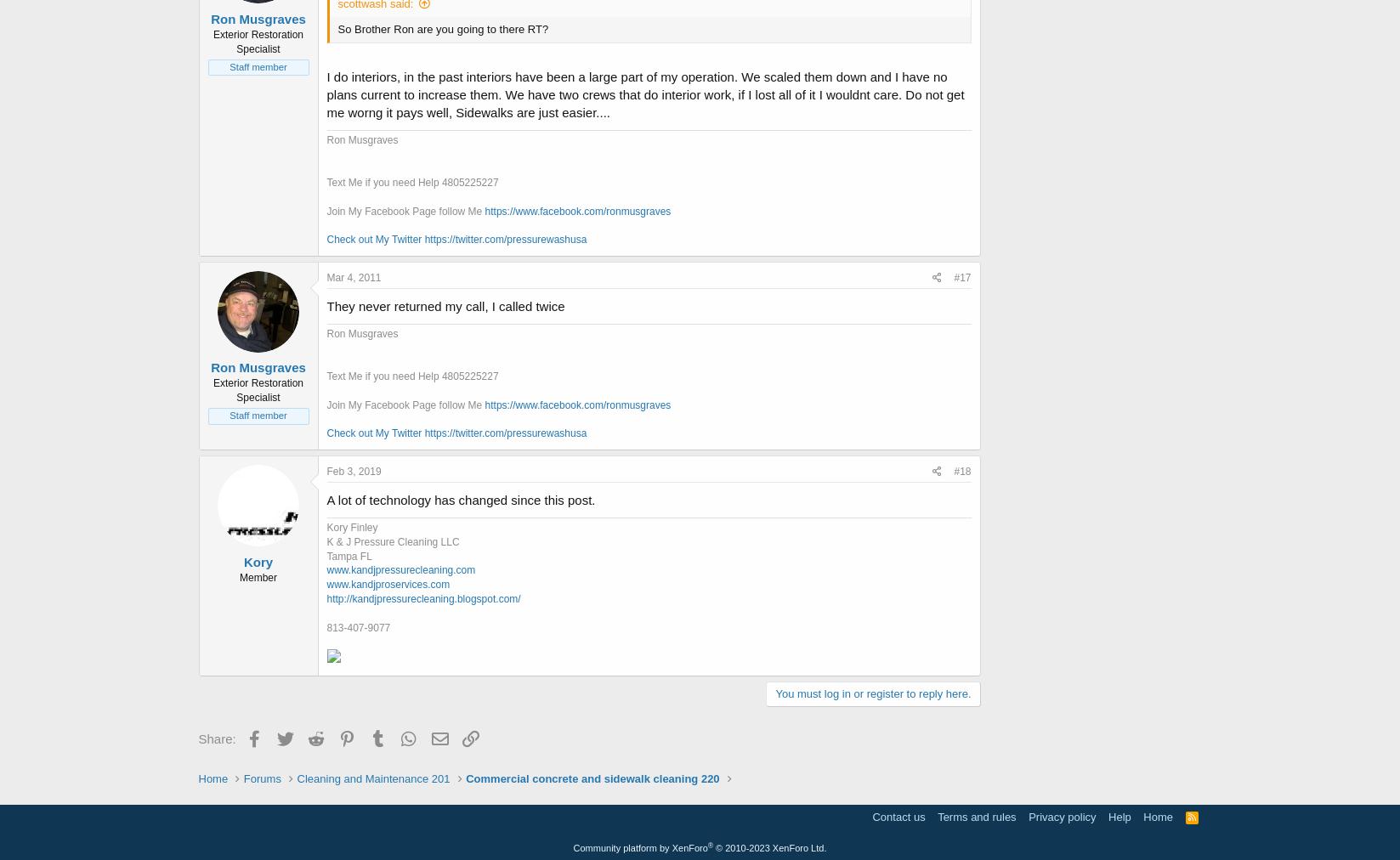  What do you see at coordinates (326, 304) in the screenshot?
I see `'They never returned my call, I called twice'` at bounding box center [326, 304].